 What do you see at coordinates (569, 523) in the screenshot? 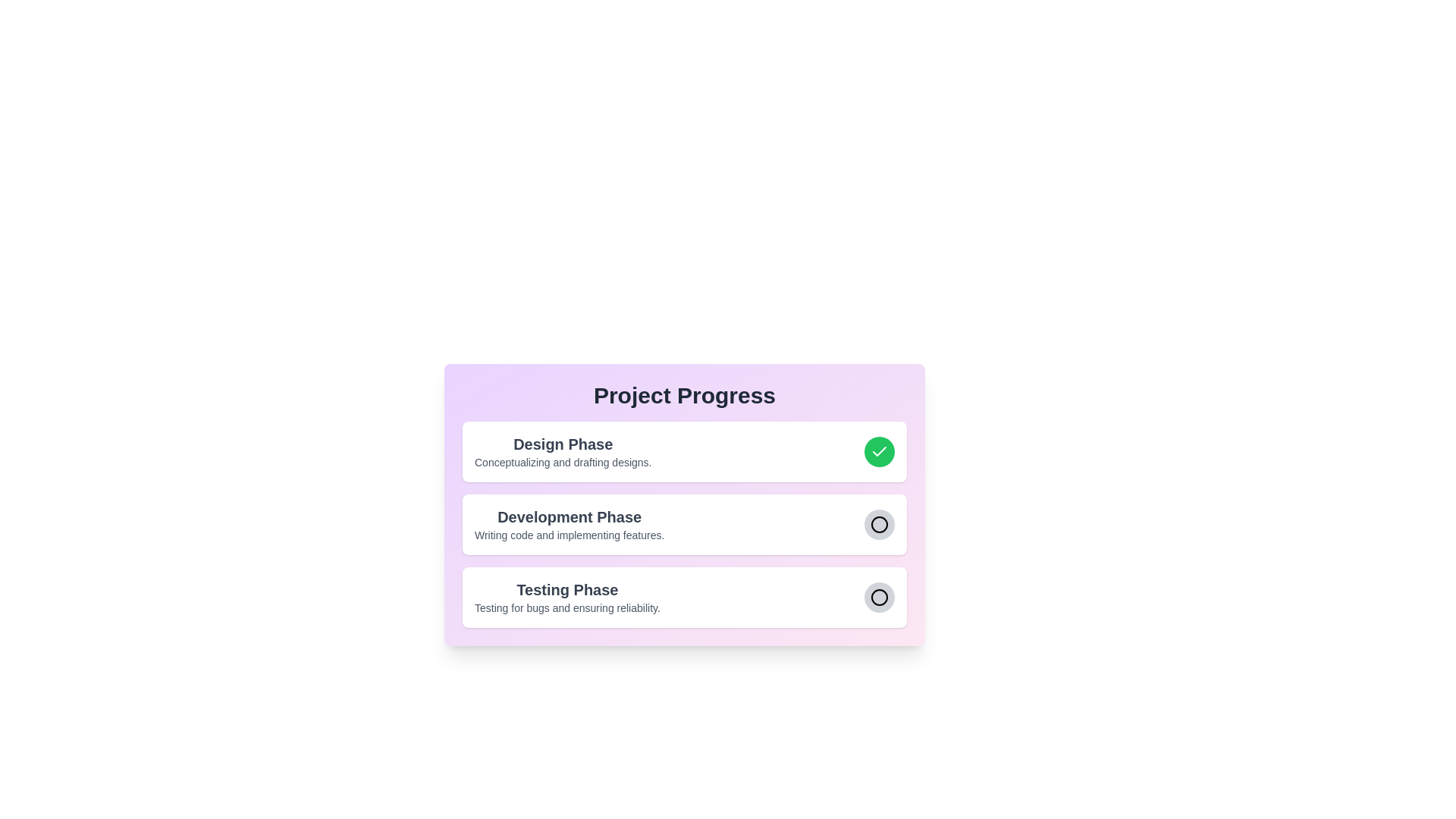
I see `text of the descriptive label for the second section in the project timeline, which is located between 'Design Phase' and 'Testing Phase'` at bounding box center [569, 523].